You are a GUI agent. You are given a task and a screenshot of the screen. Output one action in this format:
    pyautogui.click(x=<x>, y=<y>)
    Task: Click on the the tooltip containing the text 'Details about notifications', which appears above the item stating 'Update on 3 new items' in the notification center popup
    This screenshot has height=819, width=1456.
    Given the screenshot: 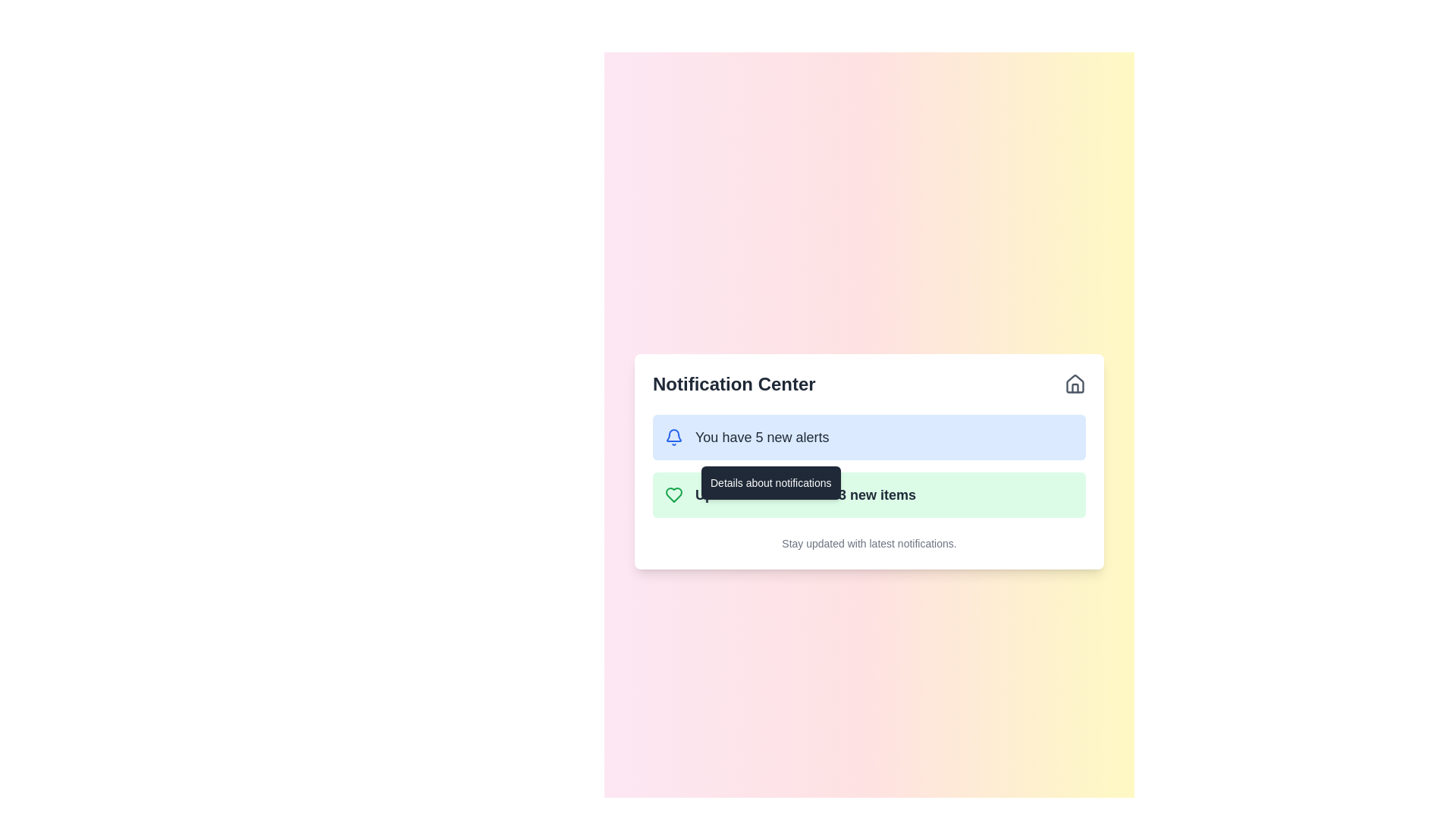 What is the action you would take?
    pyautogui.click(x=770, y=482)
    